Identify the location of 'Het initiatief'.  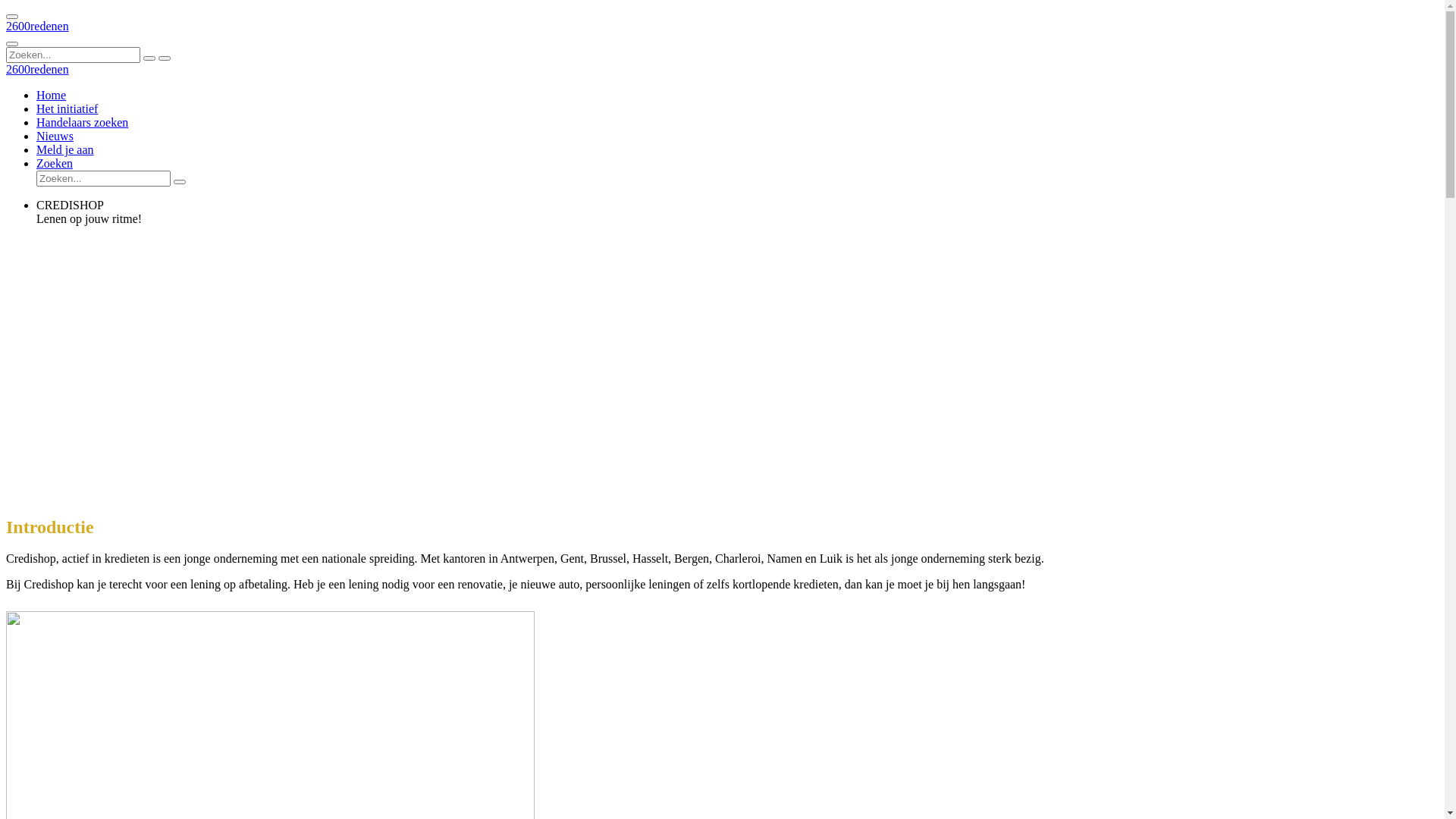
(66, 108).